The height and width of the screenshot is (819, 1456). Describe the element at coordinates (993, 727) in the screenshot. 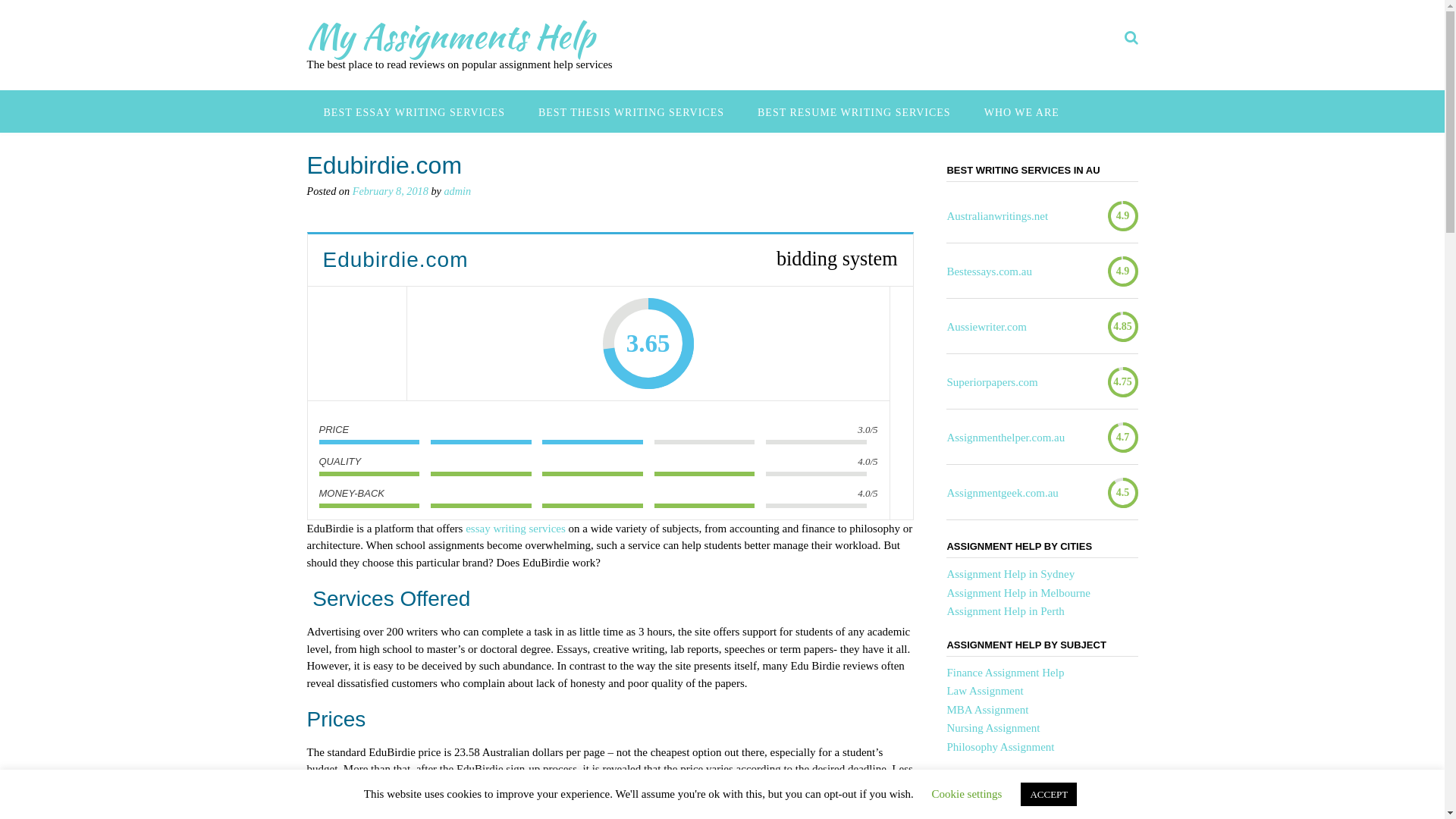

I see `'Nursing Assignment'` at that location.